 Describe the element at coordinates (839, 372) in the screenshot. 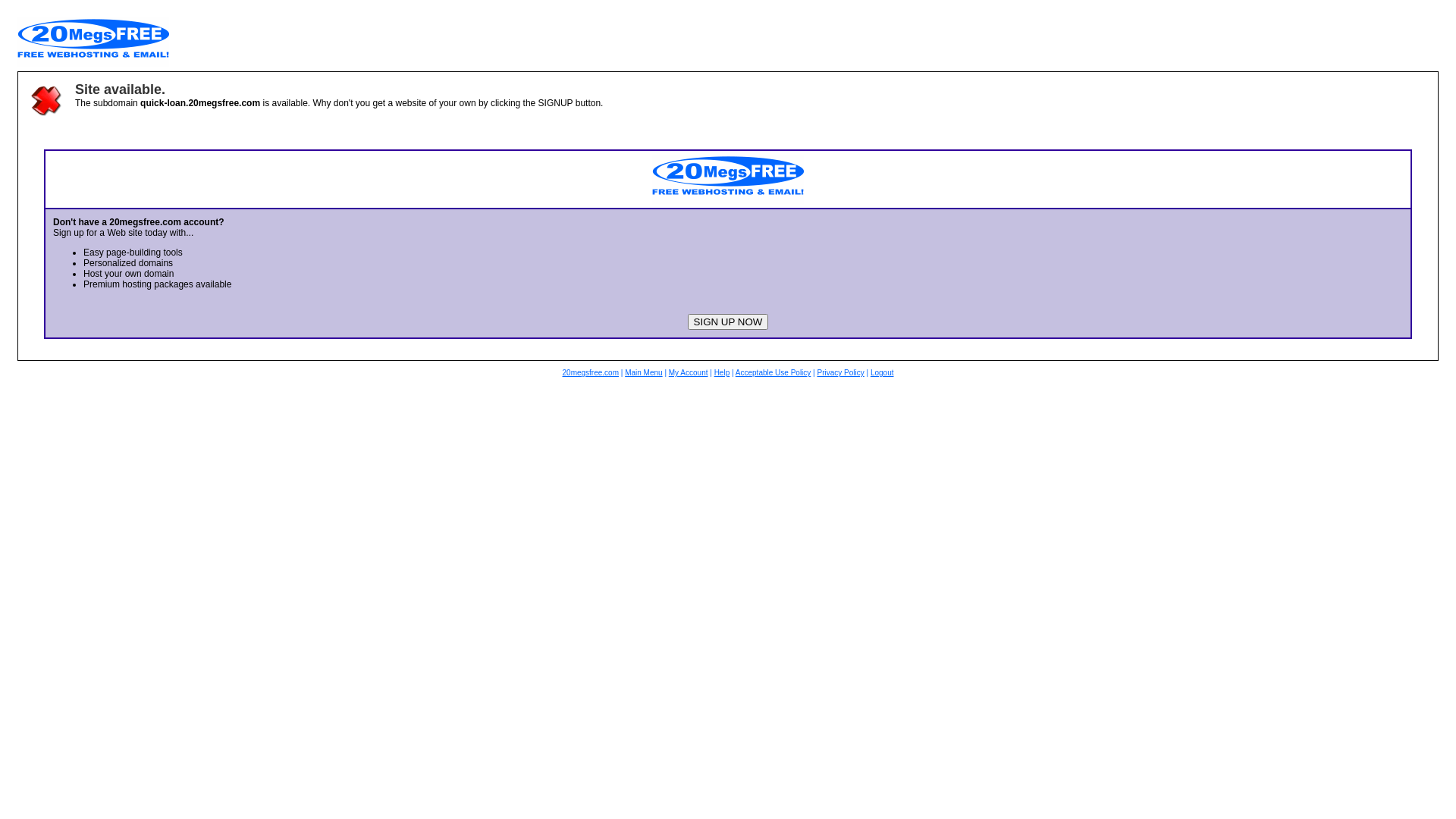

I see `'Privacy Policy'` at that location.